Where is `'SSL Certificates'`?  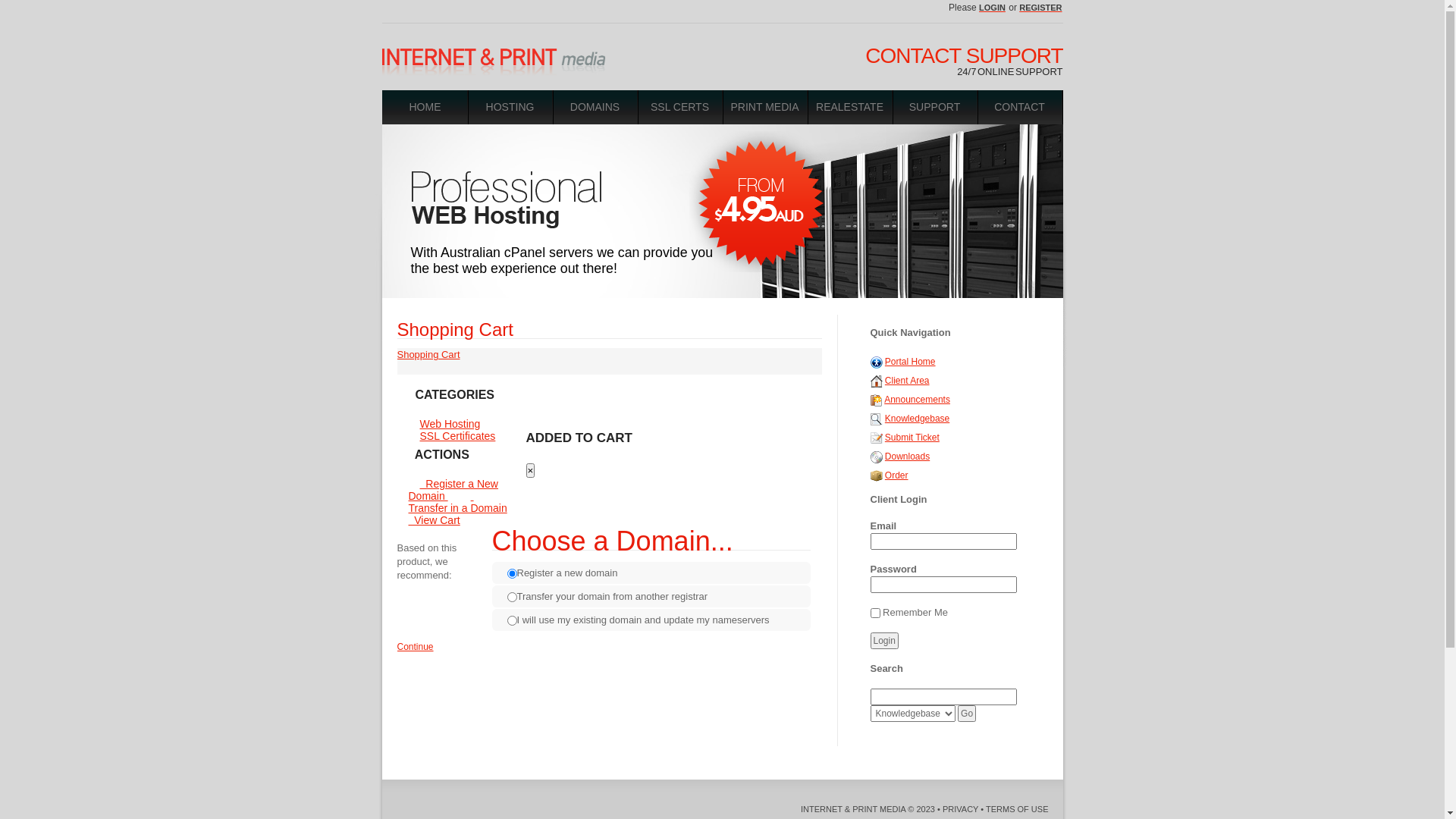 'SSL Certificates' is located at coordinates (407, 435).